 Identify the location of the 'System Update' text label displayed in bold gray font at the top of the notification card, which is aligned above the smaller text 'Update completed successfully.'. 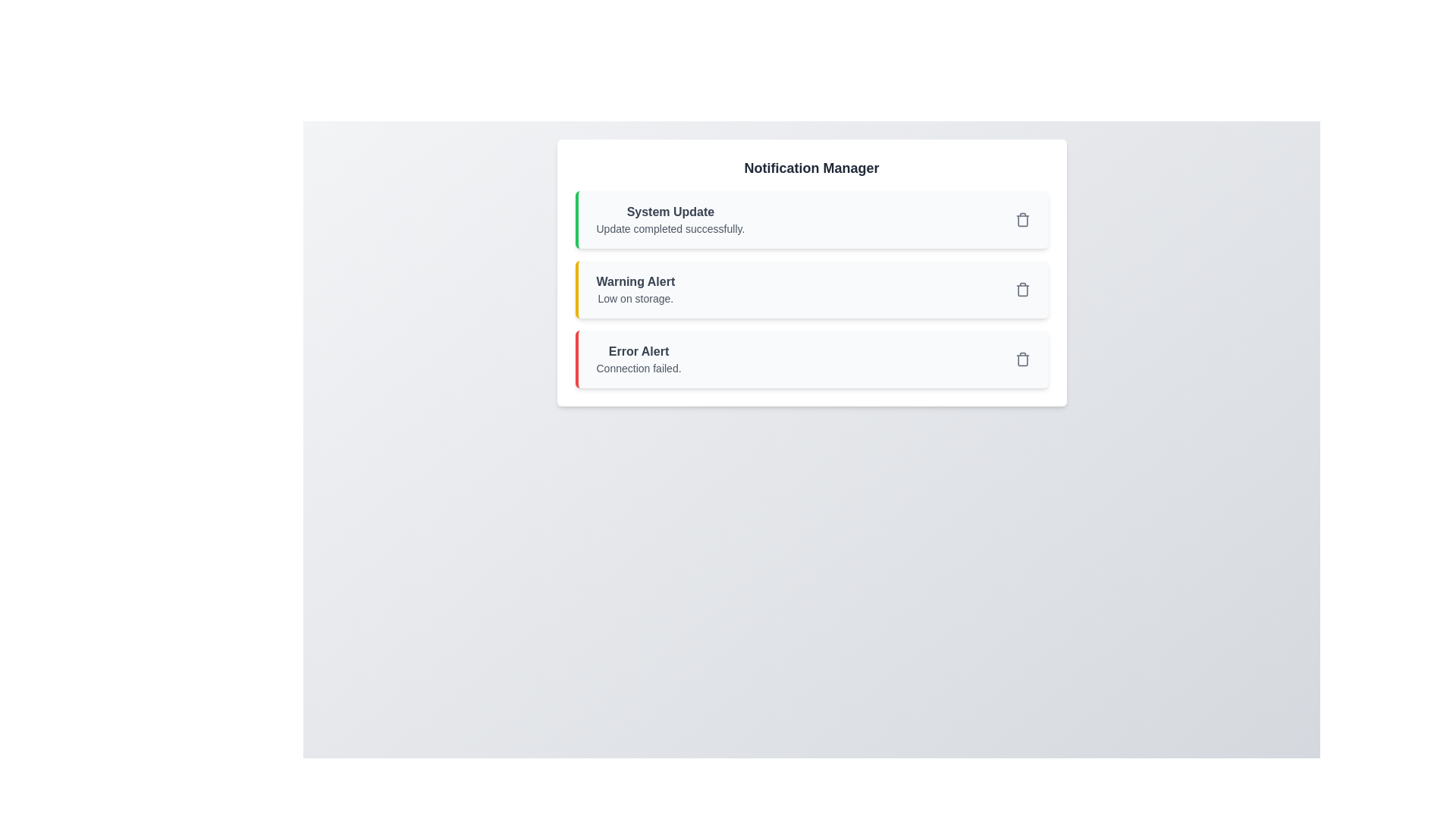
(670, 212).